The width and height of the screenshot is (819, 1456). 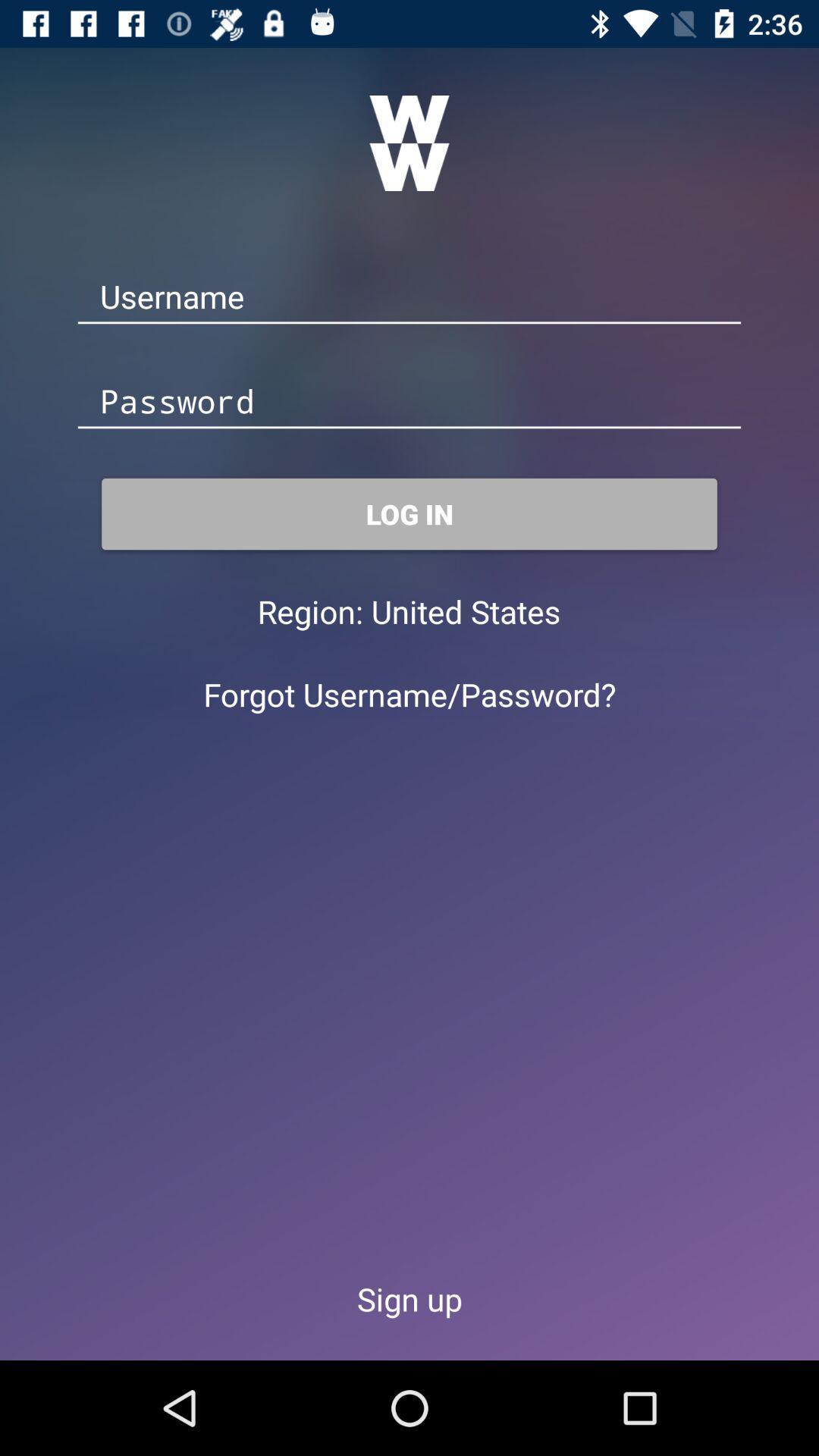 I want to click on the forgot username/password? icon, so click(x=409, y=693).